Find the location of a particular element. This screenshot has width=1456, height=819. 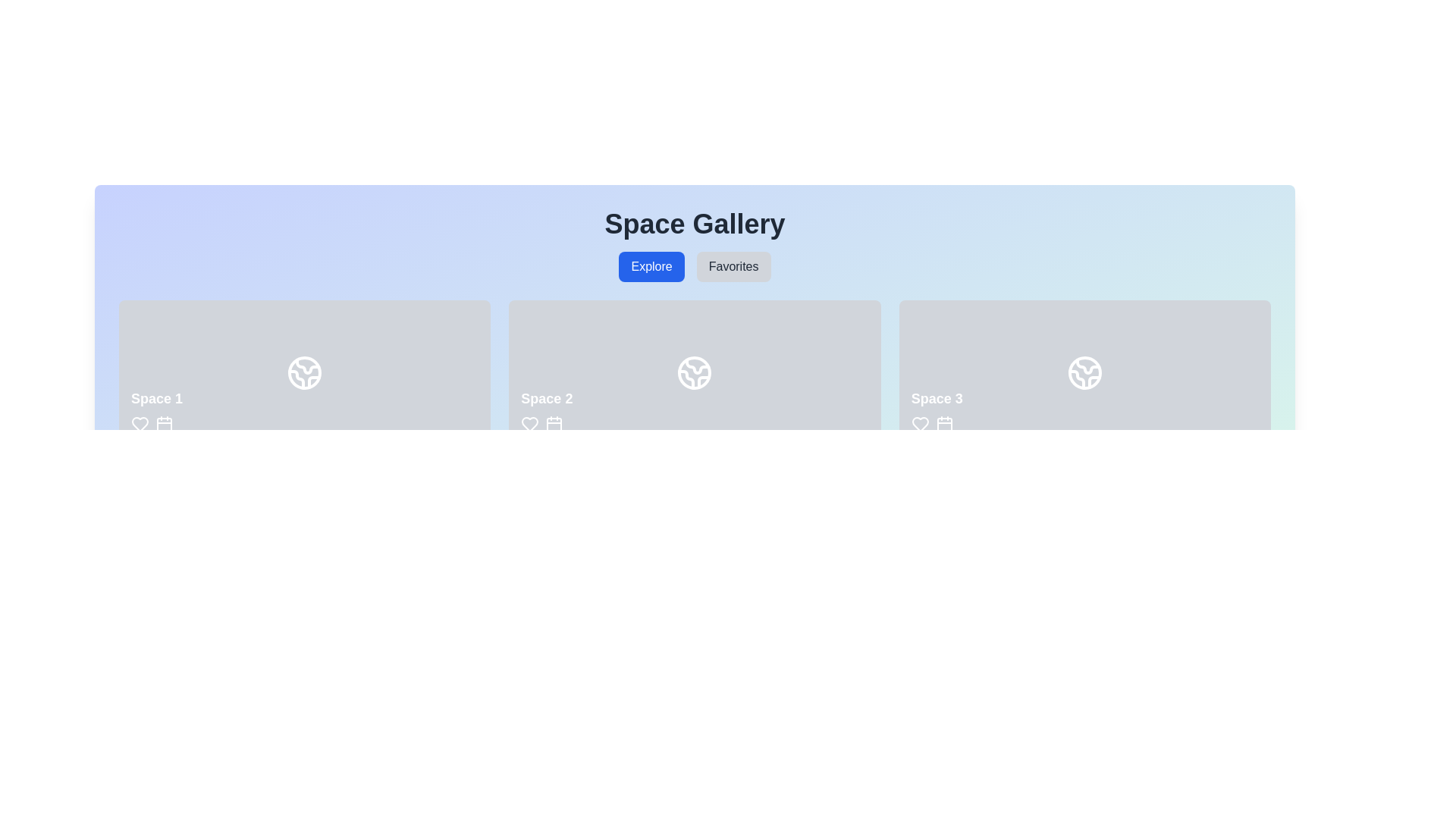

the calendar icon styled with a rounded rectangle outline to change its color to blue is located at coordinates (164, 424).